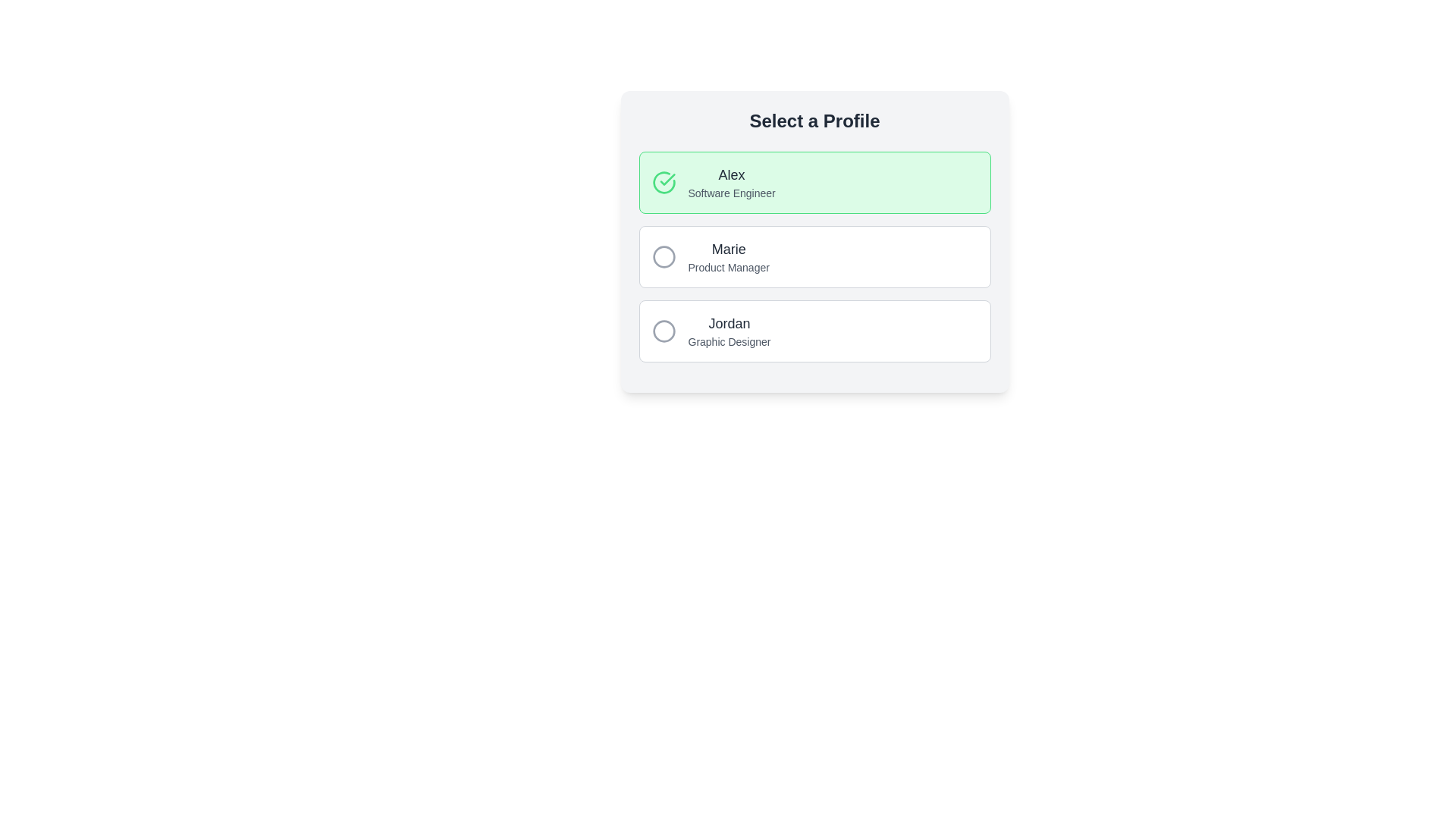 The height and width of the screenshot is (819, 1456). I want to click on the text label displaying 'Marie' in bold, dark-gray font, which is positioned vertically in the second block of selectable profiles, above the label 'Product Manager', so click(729, 248).